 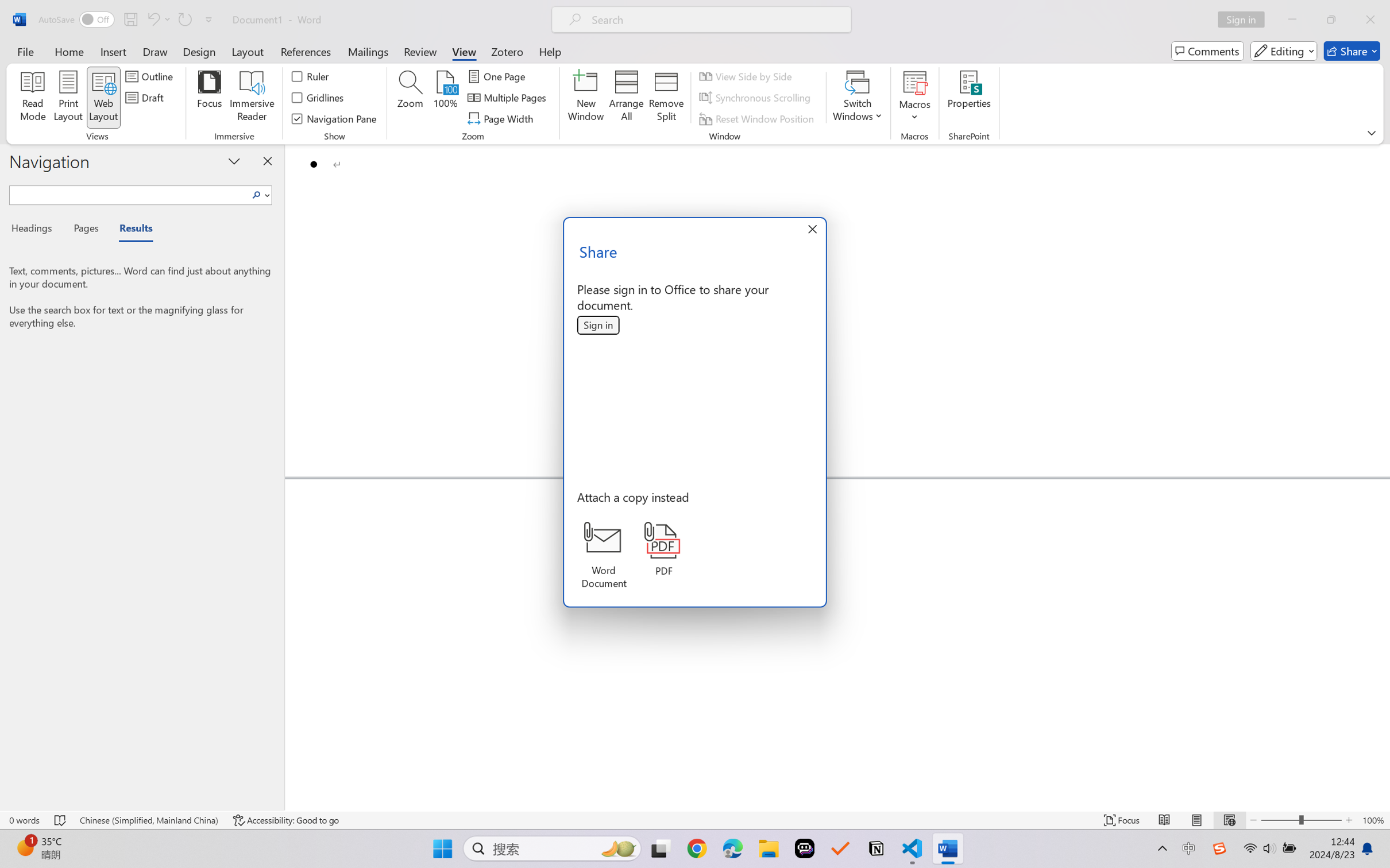 I want to click on 'Results', so click(x=130, y=230).